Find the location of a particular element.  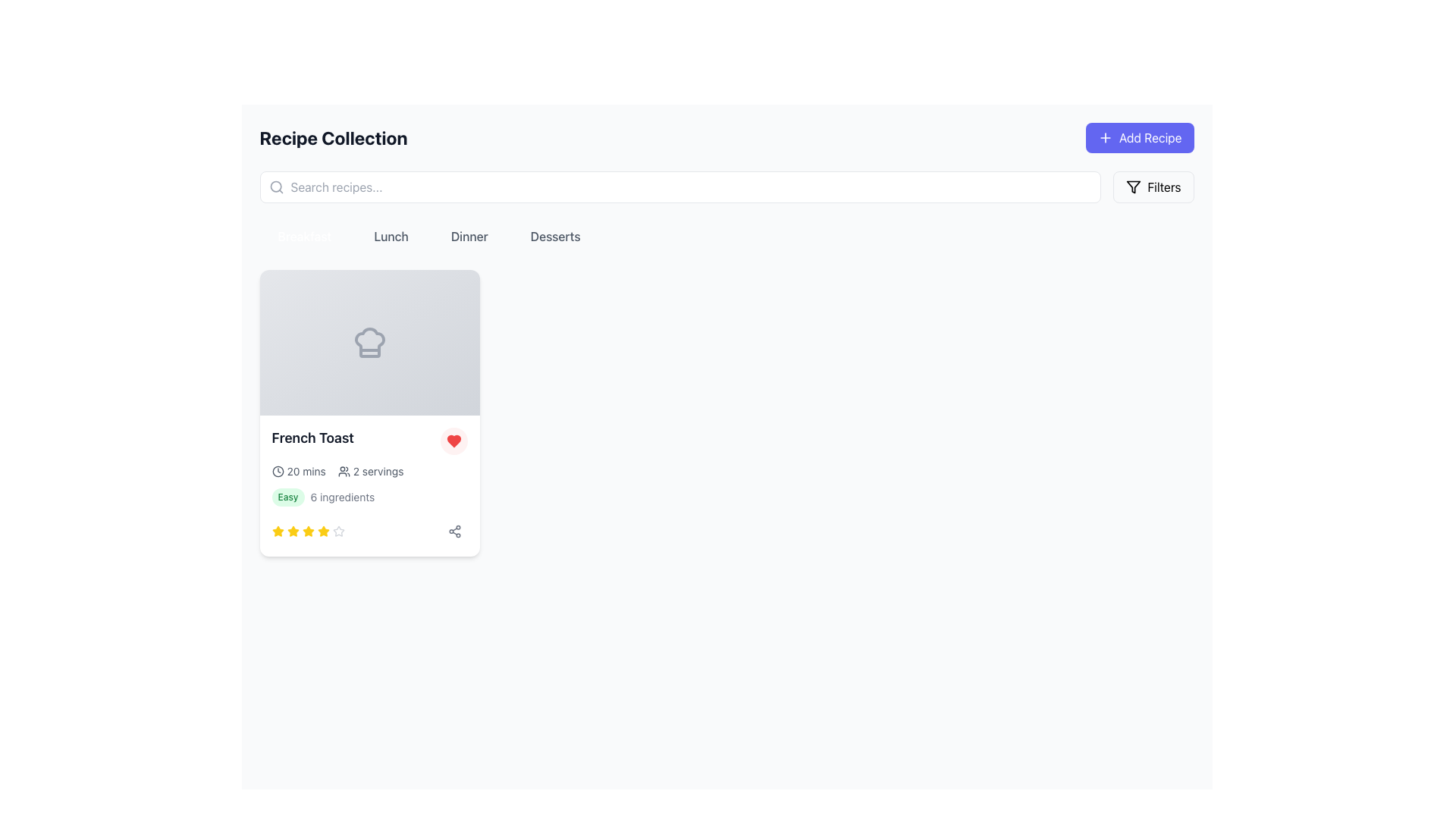

the static text label that conveys the preparation time for a recipe, located next to a clock icon within a card in the main content area is located at coordinates (306, 470).